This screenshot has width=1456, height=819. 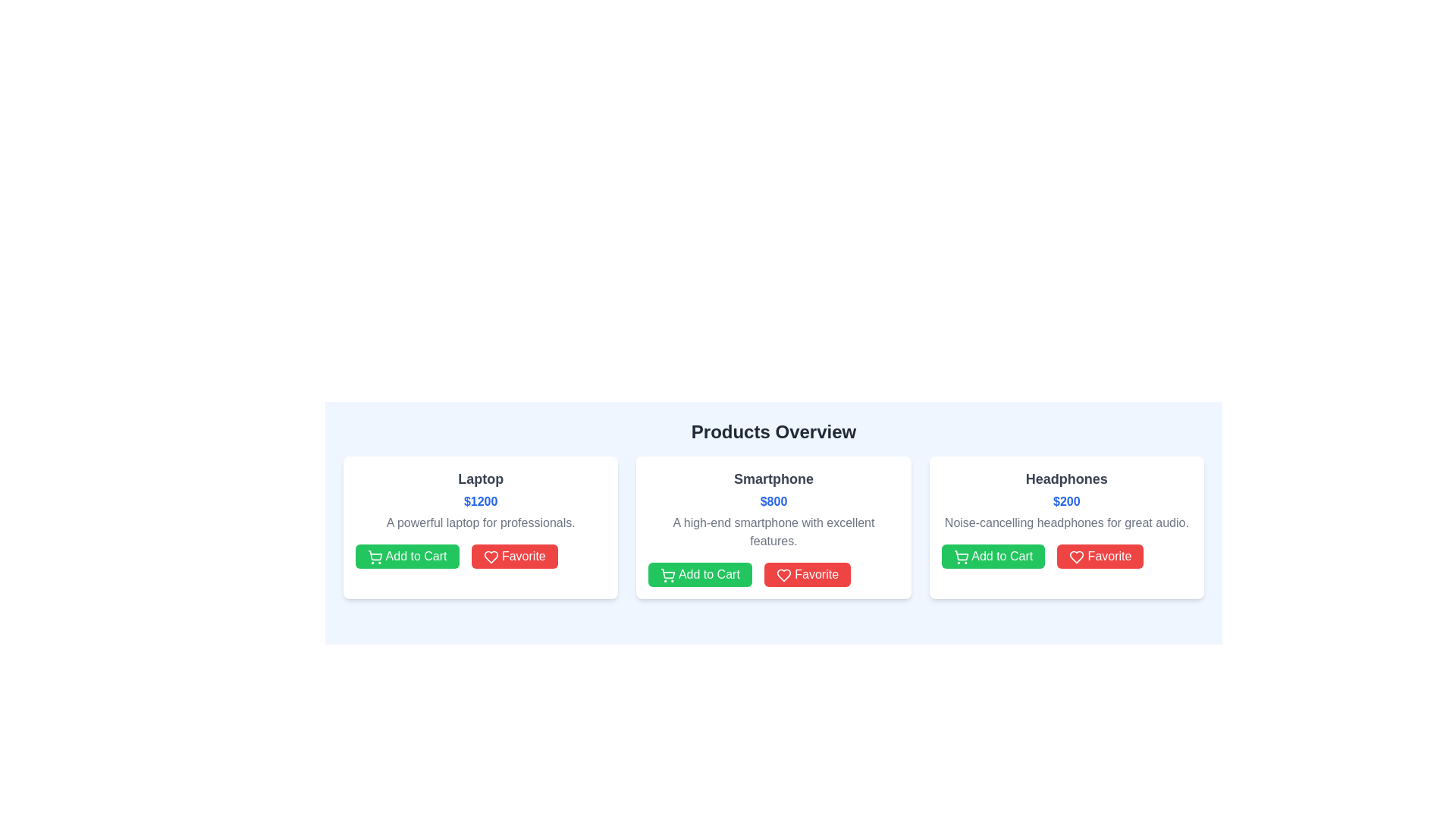 What do you see at coordinates (1065, 556) in the screenshot?
I see `the 'Favorite' button located under the description text of the 'Headphones' product in the rightmost product card to observe its hover state` at bounding box center [1065, 556].